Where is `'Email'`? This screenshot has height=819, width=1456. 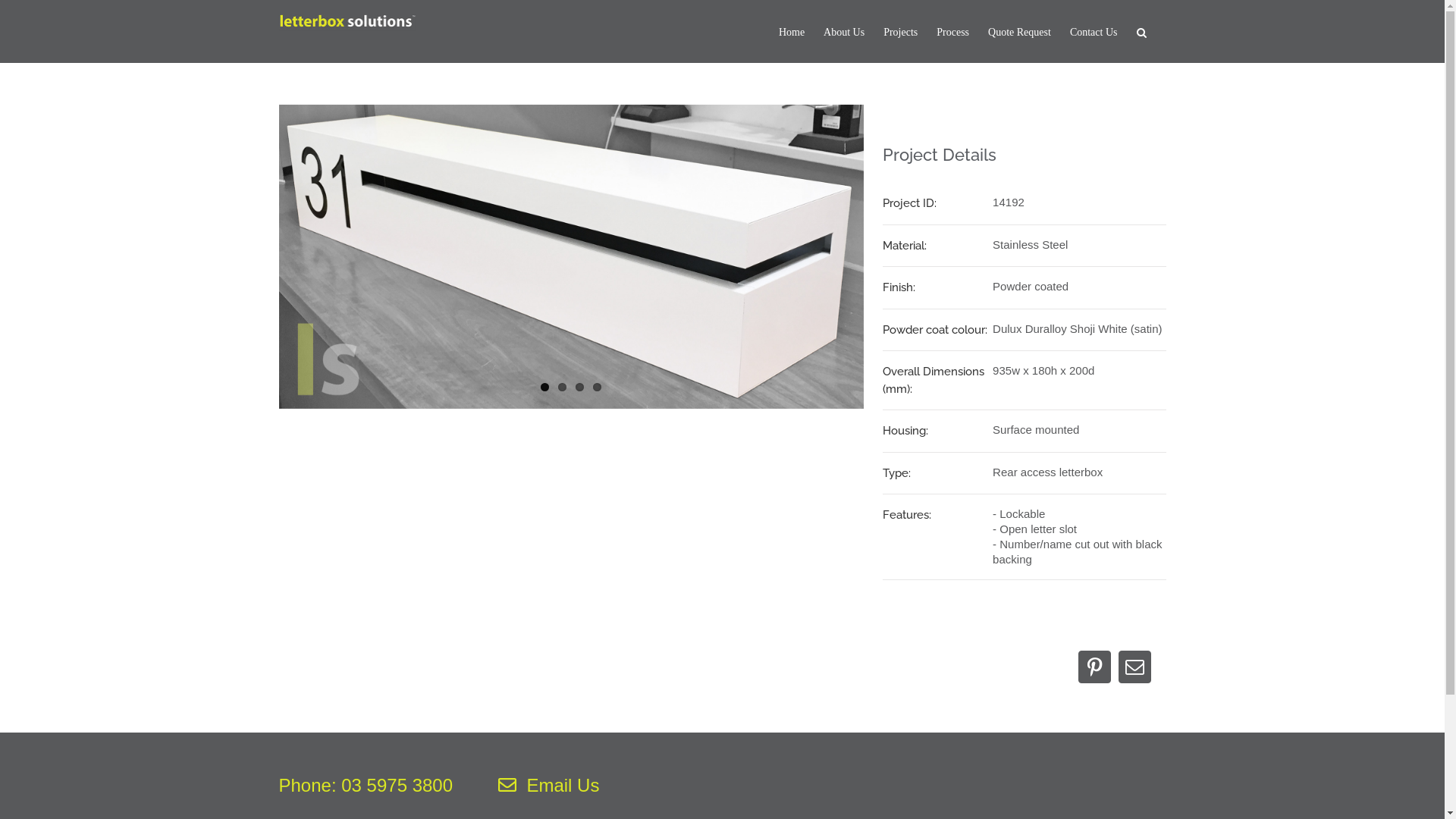 'Email' is located at coordinates (1117, 666).